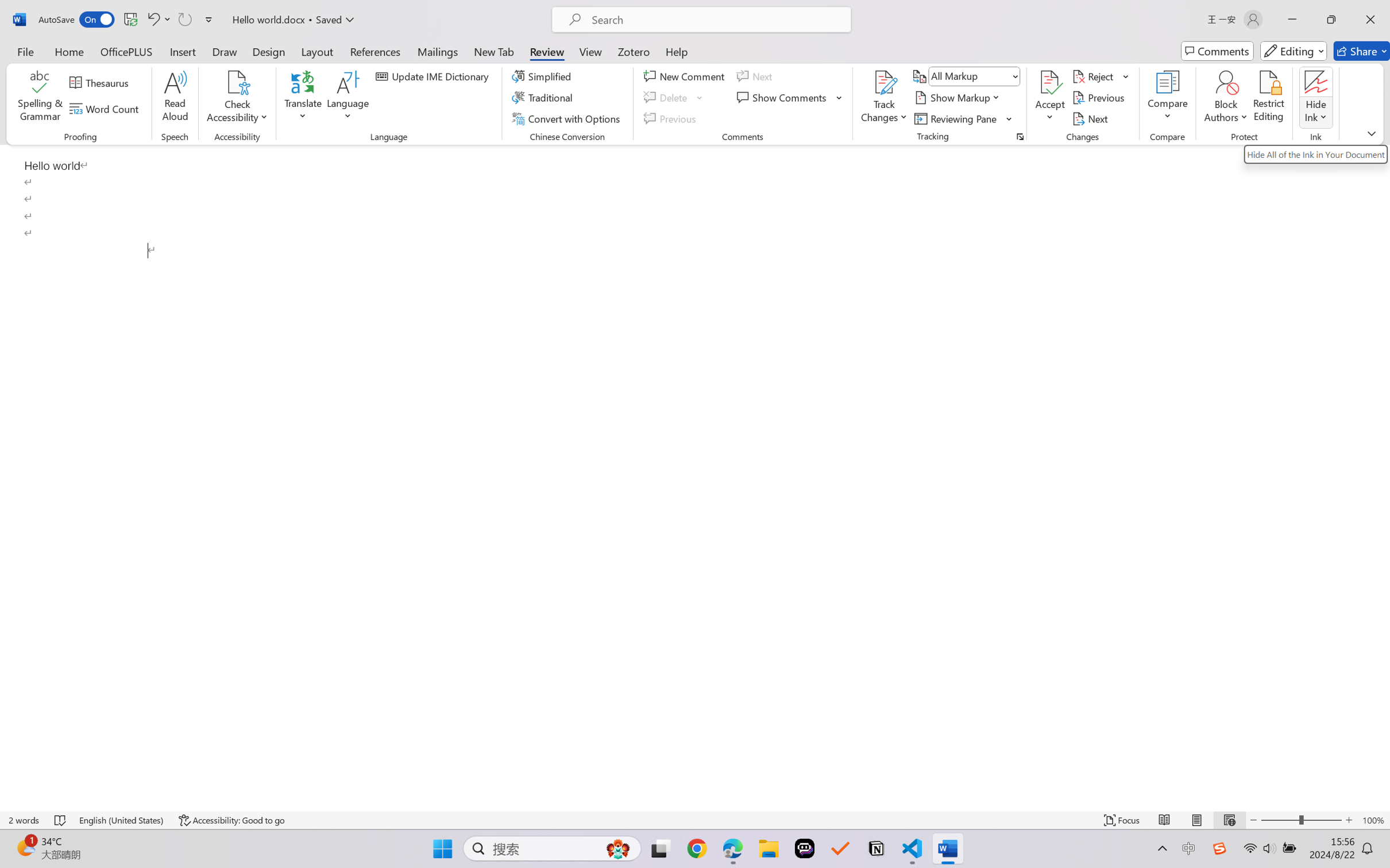 The height and width of the screenshot is (868, 1390). What do you see at coordinates (1049, 82) in the screenshot?
I see `'Accept and Move to Next'` at bounding box center [1049, 82].